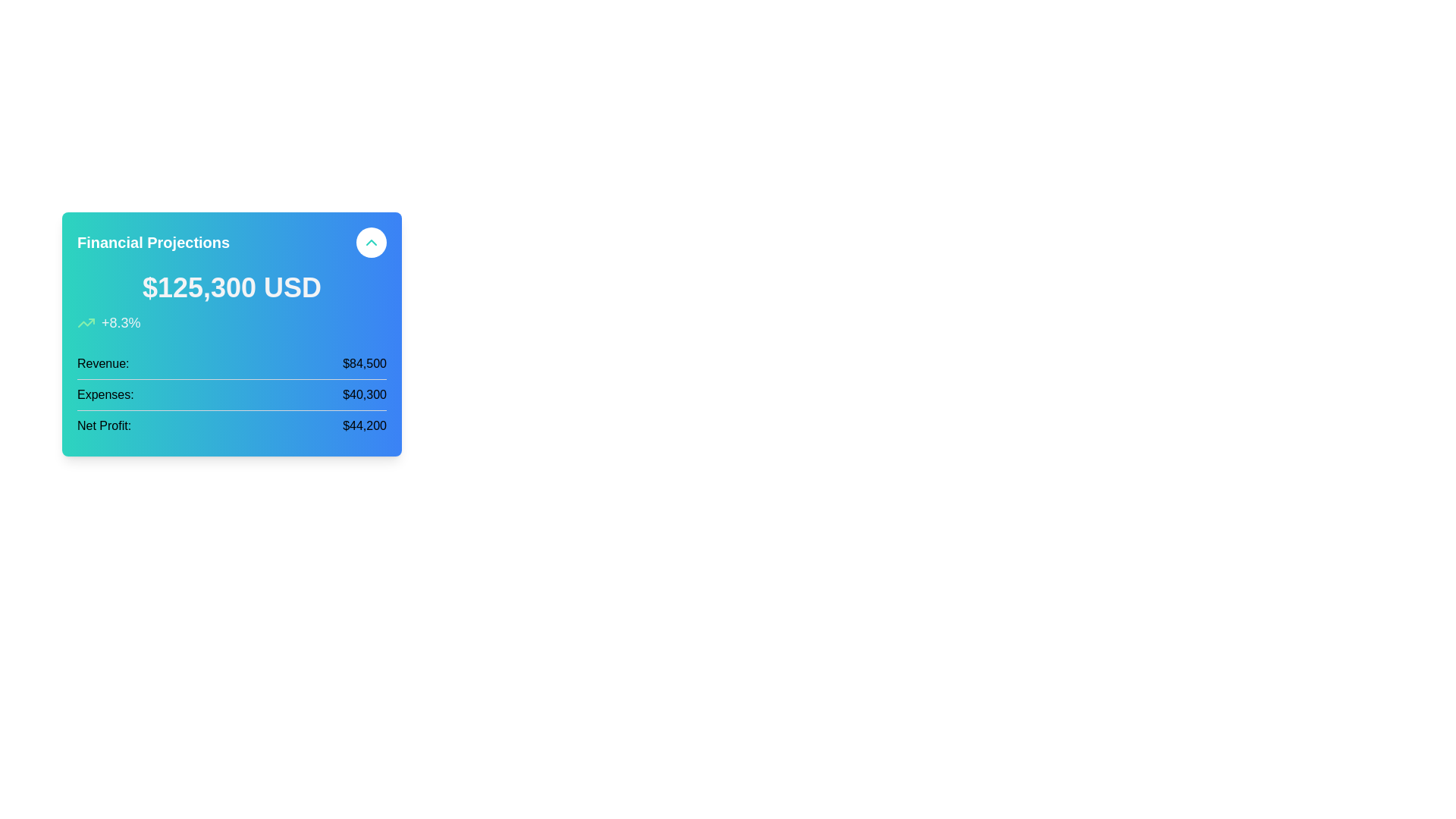  Describe the element at coordinates (231, 394) in the screenshot. I see `expenses amount displayed in the second row of the financial overview section, which is positioned between 'Revenue' and 'Net Profit'` at that location.